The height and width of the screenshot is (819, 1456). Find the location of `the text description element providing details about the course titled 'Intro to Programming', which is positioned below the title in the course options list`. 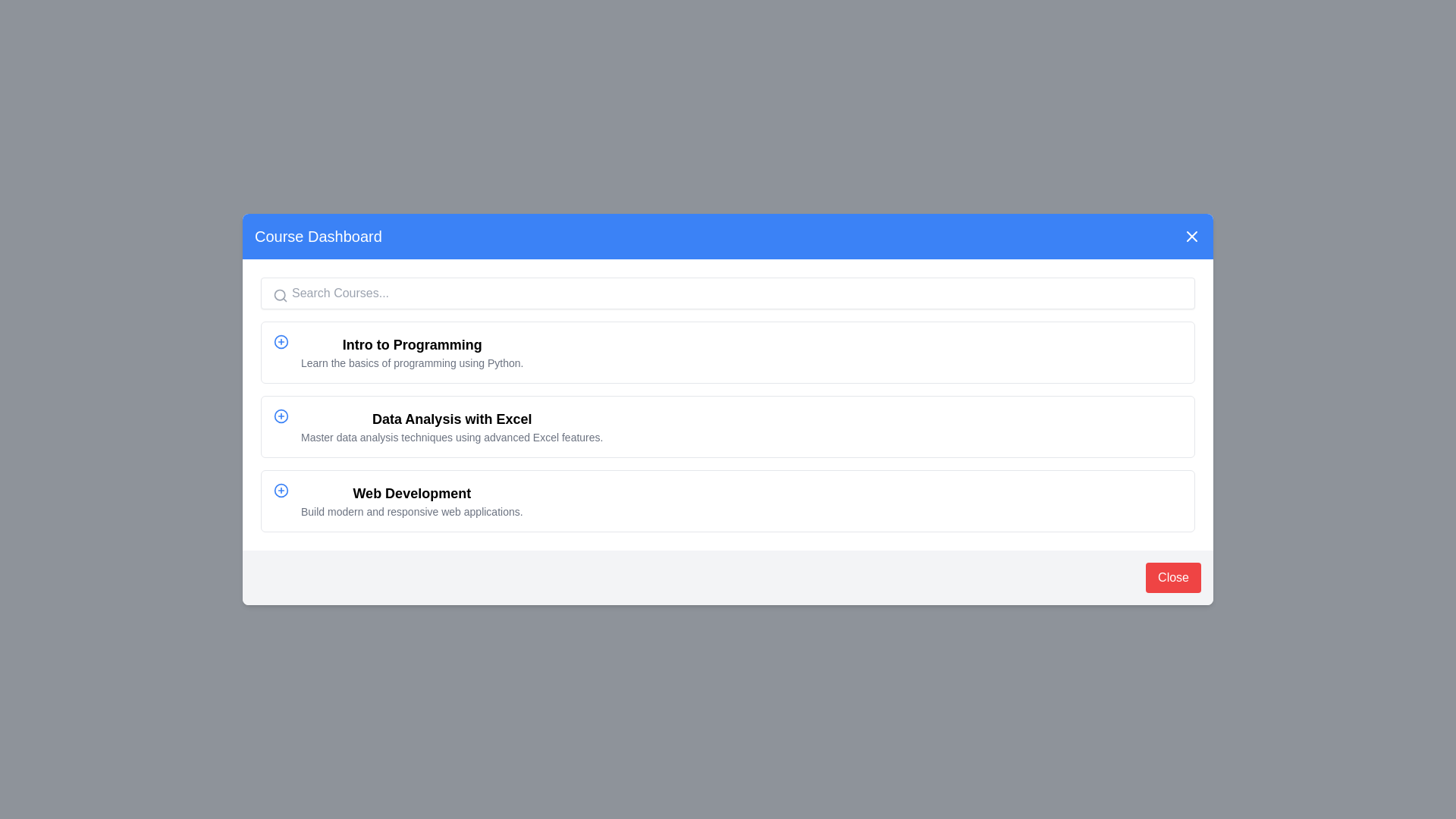

the text description element providing details about the course titled 'Intro to Programming', which is positioned below the title in the course options list is located at coordinates (412, 362).